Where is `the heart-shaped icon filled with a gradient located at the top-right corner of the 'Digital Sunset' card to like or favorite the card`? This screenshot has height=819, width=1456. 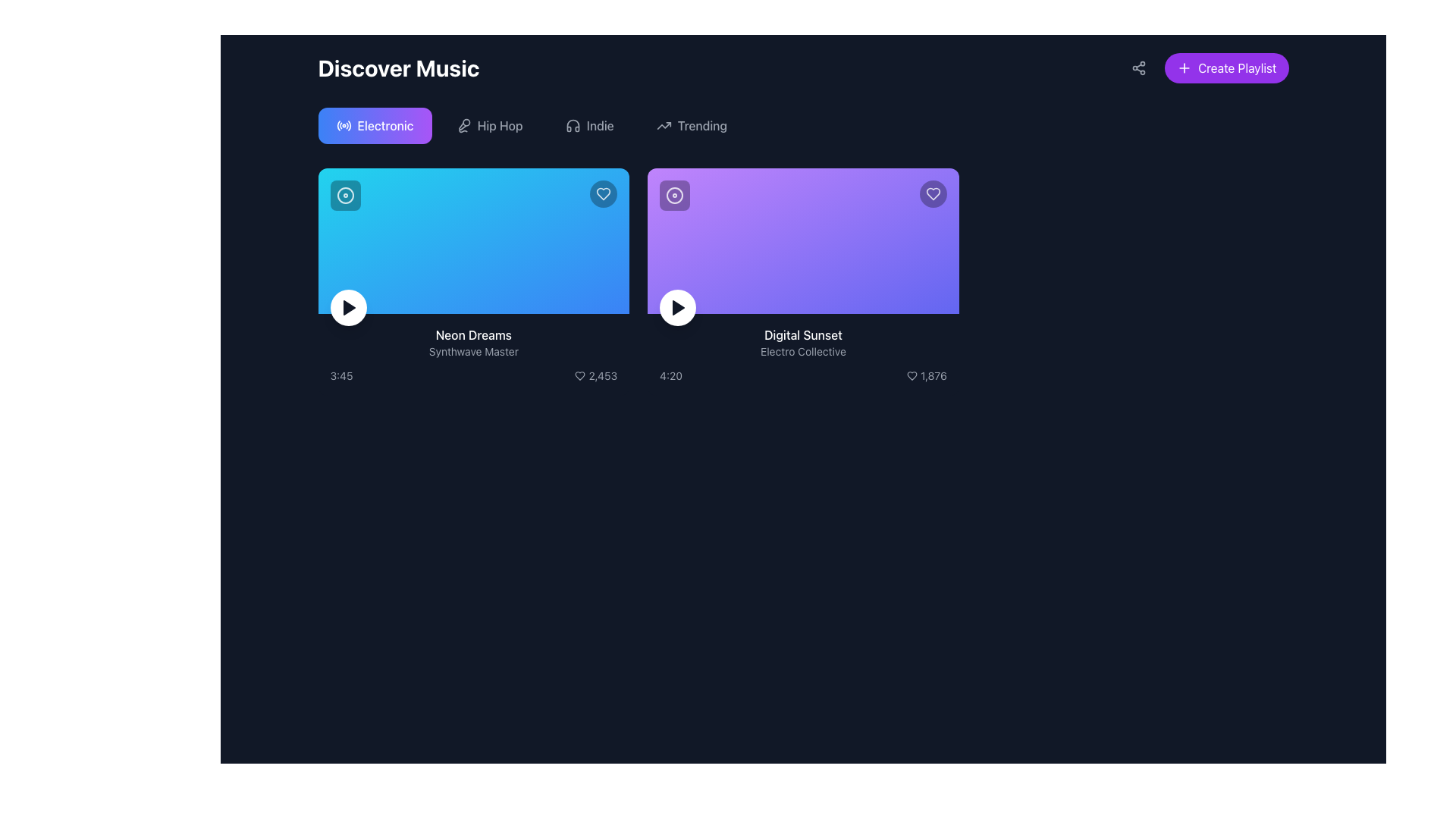
the heart-shaped icon filled with a gradient located at the top-right corner of the 'Digital Sunset' card to like or favorite the card is located at coordinates (932, 193).